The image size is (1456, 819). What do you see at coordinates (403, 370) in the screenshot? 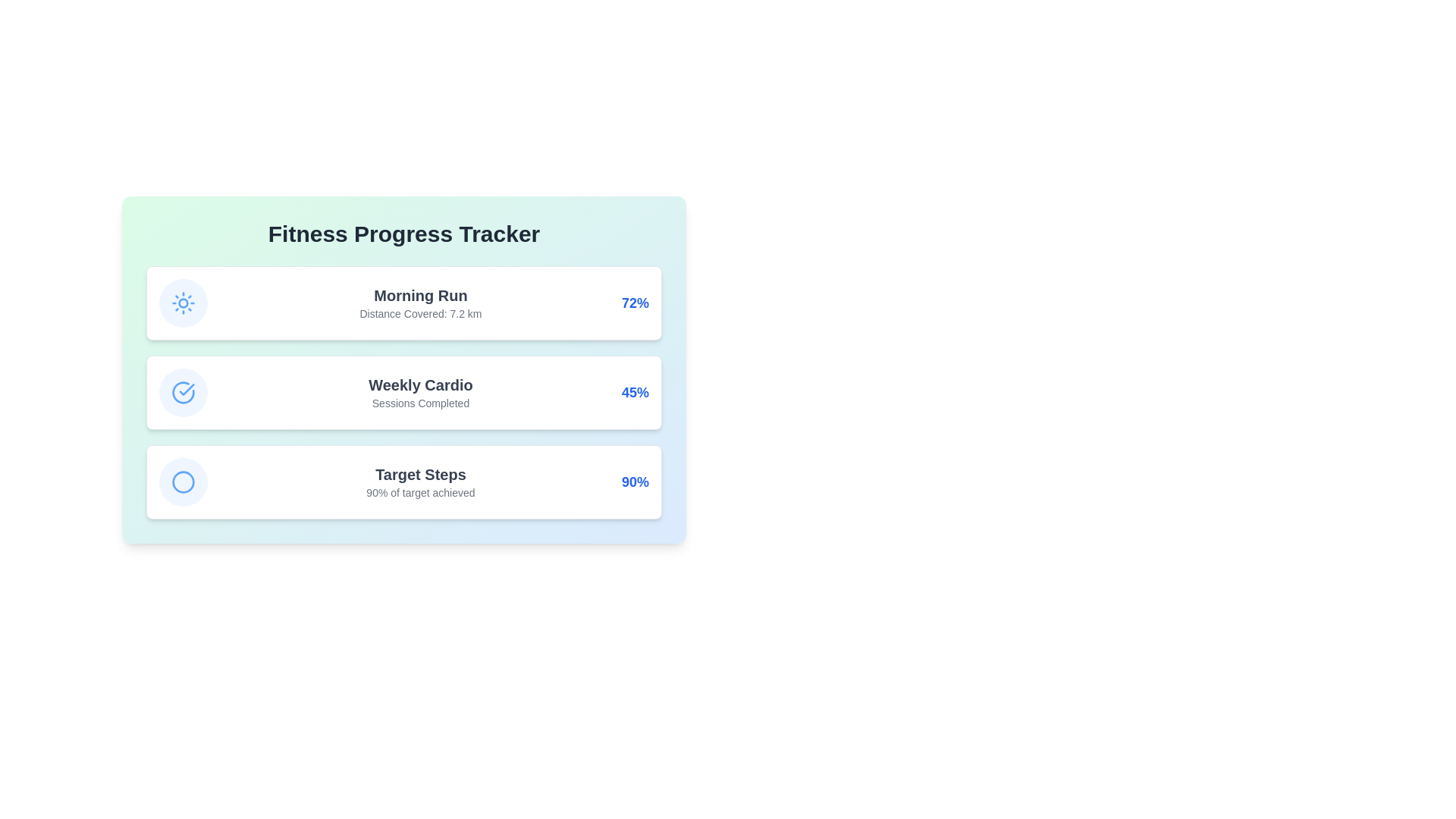
I see `the 'Weekly Cardio' information card, which is the second card in a vertical list of three cards` at bounding box center [403, 370].